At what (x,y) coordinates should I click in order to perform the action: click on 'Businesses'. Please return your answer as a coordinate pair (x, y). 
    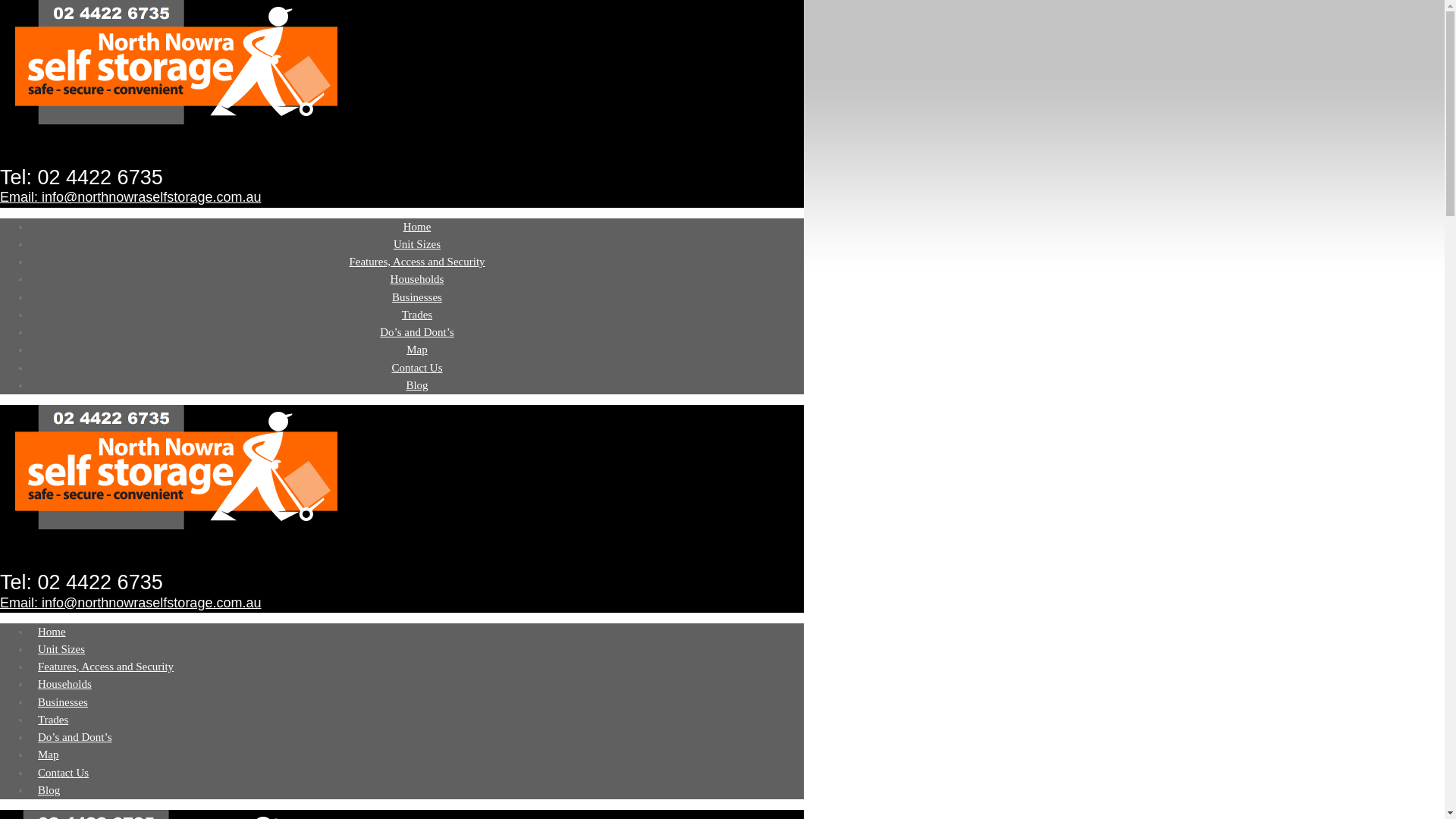
    Looking at the image, I should click on (417, 297).